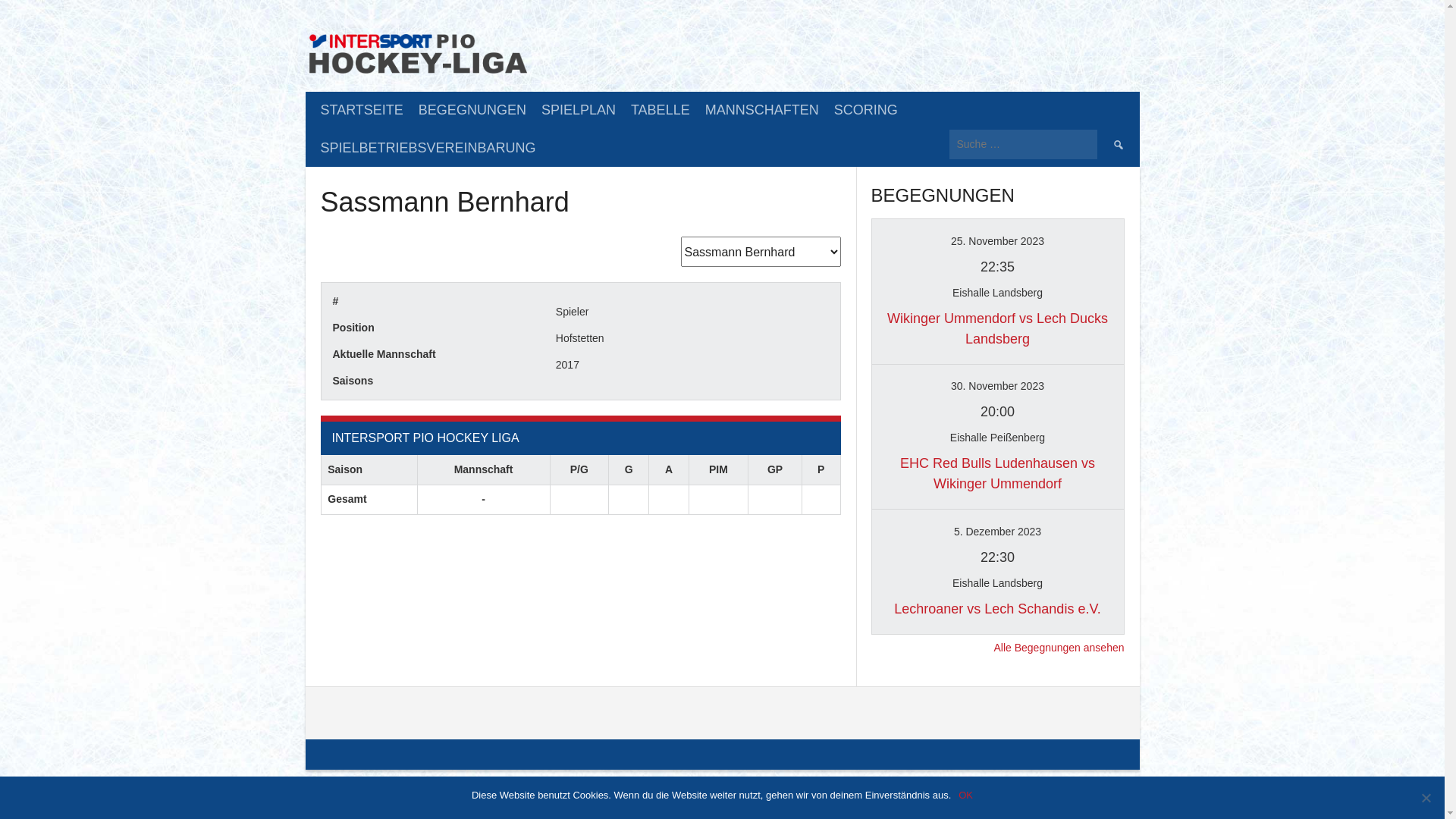  I want to click on 'Wikinger Ummendorf vs Lech Ducks Landsberg', so click(997, 328).